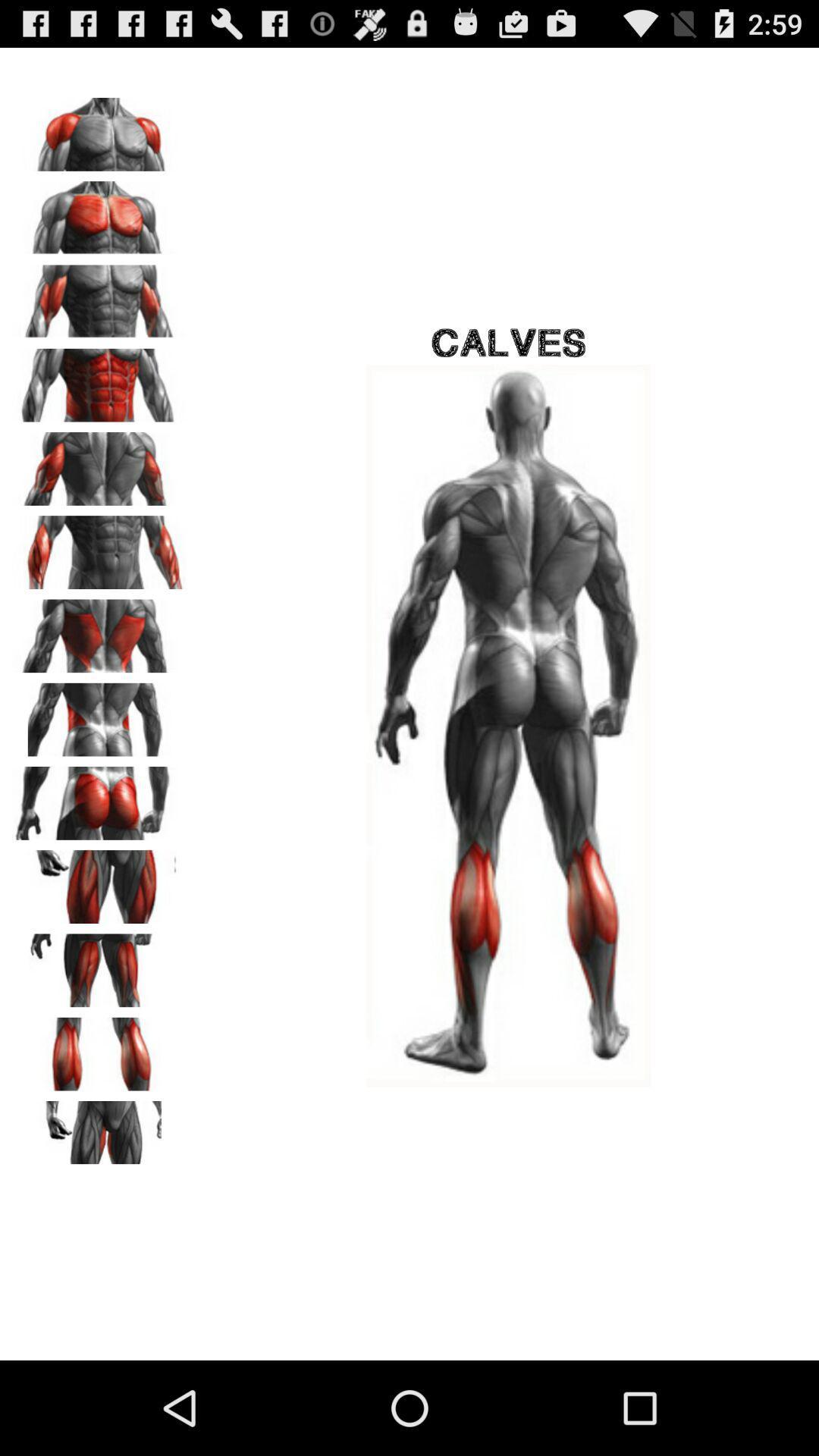 Image resolution: width=819 pixels, height=1456 pixels. What do you see at coordinates (99, 1048) in the screenshot?
I see `calves` at bounding box center [99, 1048].